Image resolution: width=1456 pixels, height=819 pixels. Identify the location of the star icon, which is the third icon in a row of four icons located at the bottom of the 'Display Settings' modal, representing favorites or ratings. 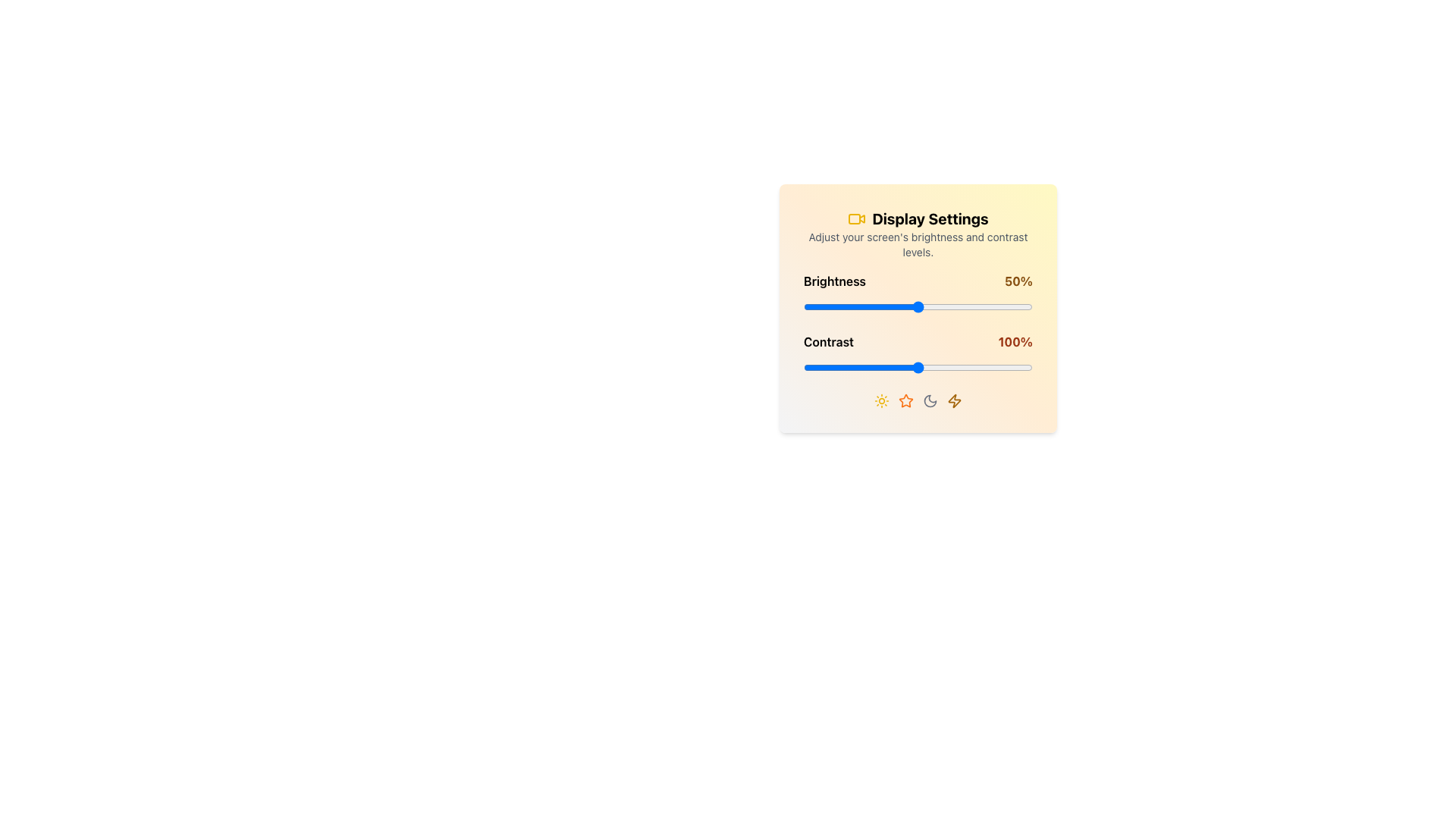
(906, 400).